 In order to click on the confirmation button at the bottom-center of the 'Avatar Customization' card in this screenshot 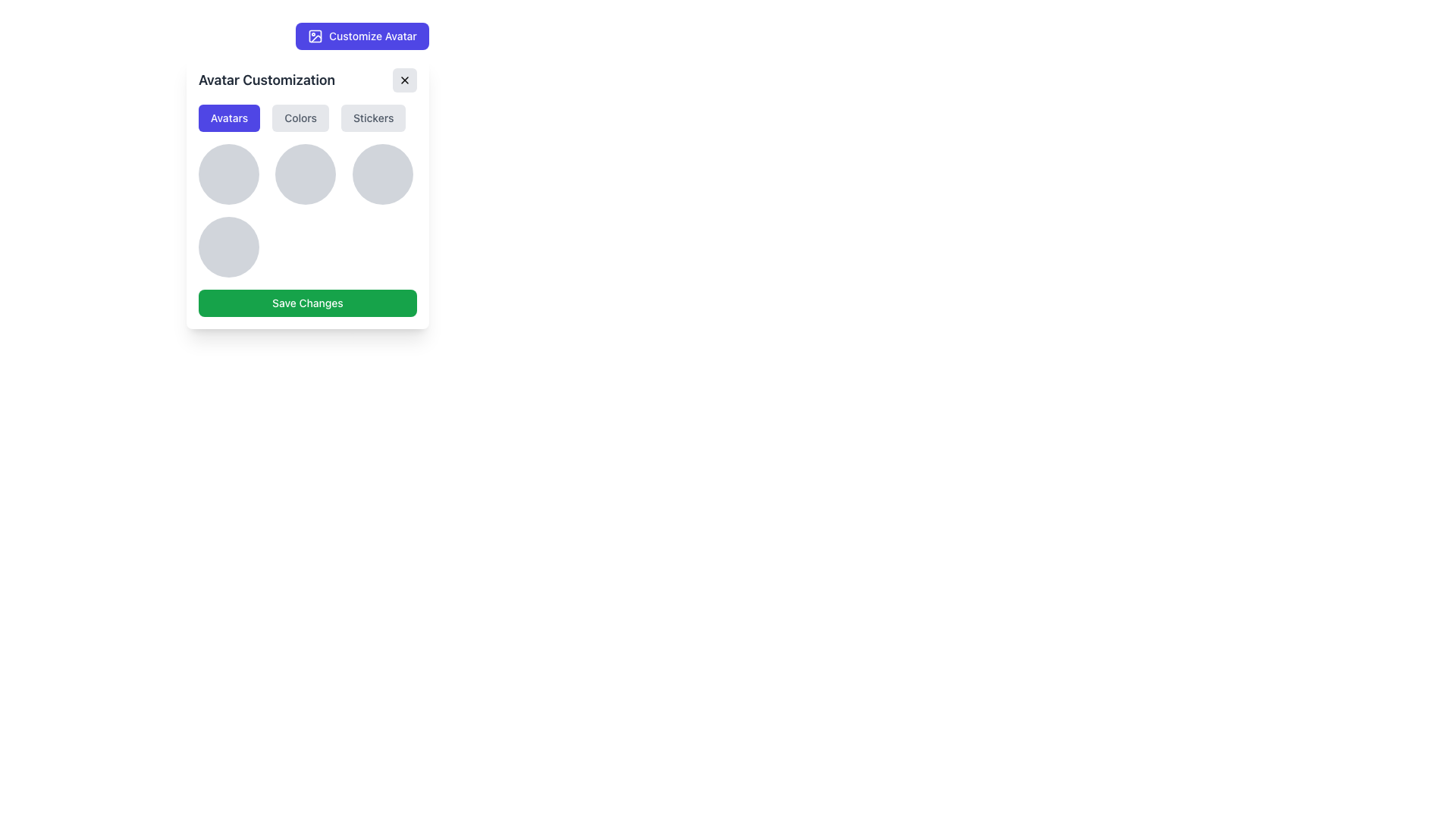, I will do `click(306, 303)`.